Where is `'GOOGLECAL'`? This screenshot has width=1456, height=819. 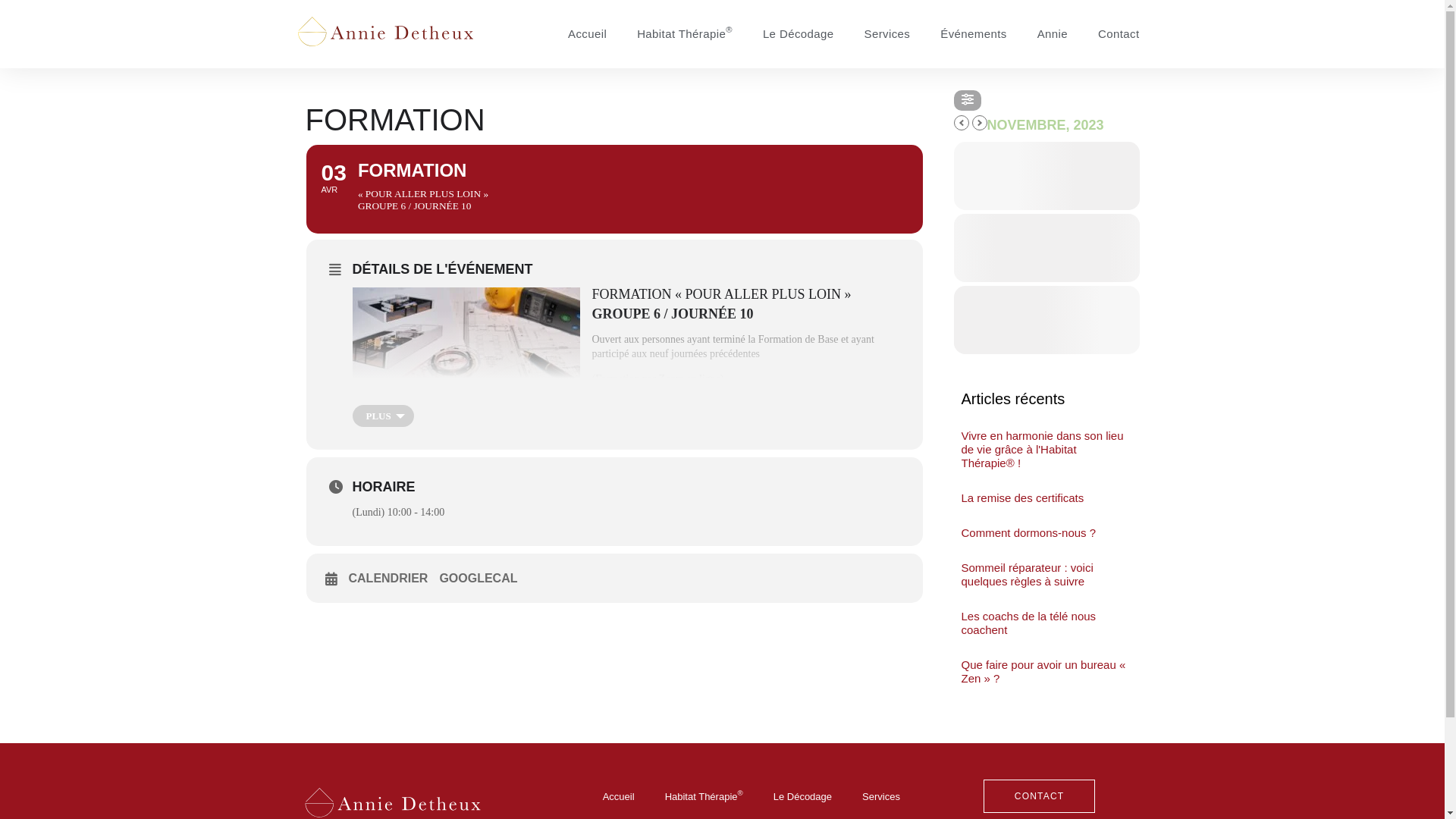
'GOOGLECAL' is located at coordinates (483, 579).